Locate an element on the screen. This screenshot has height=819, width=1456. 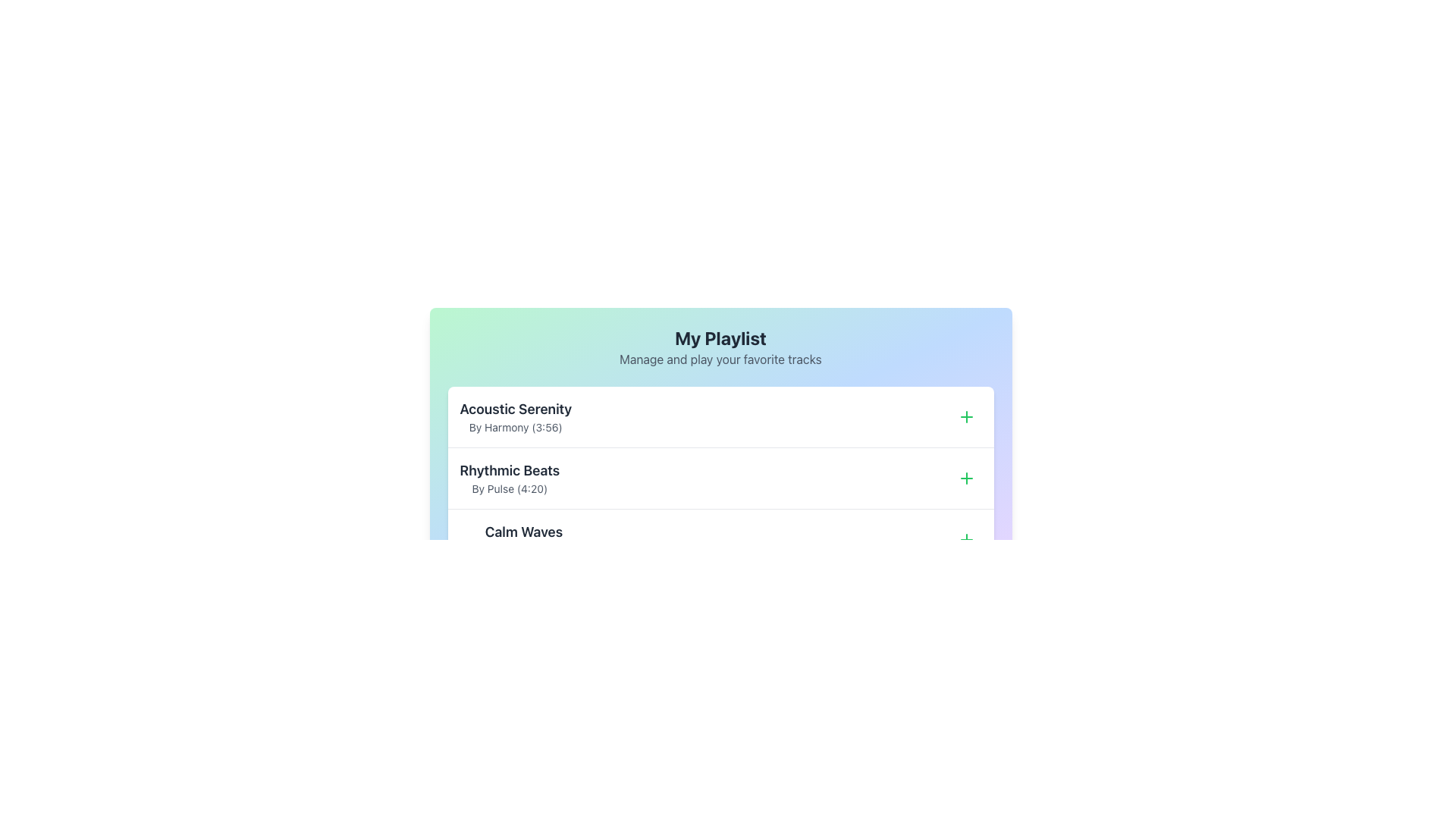
the Text Display Component that shows 'Rhythmic Beats' and 'By Pulse (4:20)' in the 'My Playlist' section is located at coordinates (510, 479).